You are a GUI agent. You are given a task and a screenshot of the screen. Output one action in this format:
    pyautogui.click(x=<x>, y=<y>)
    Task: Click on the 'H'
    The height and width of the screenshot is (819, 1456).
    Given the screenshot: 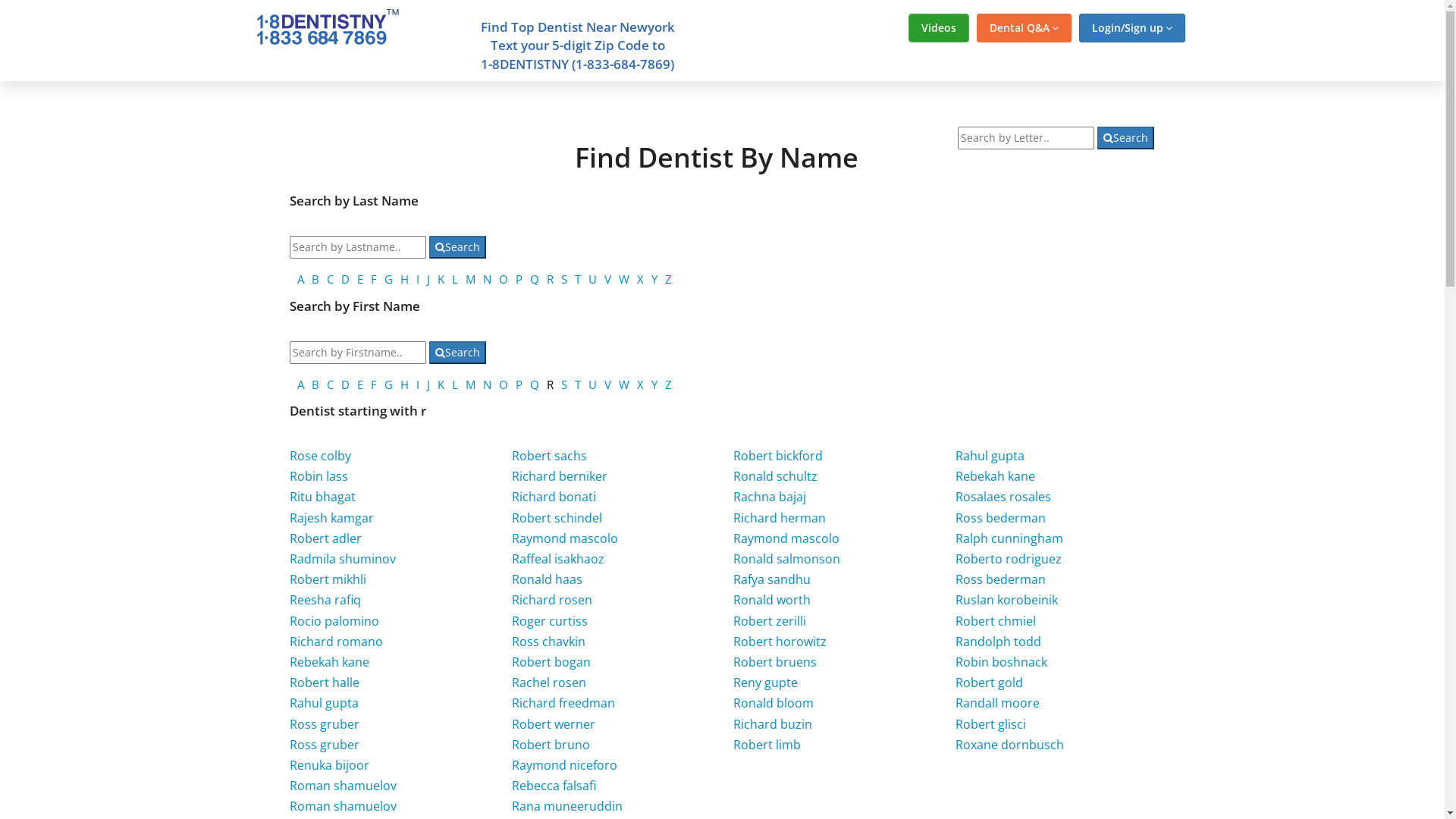 What is the action you would take?
    pyautogui.click(x=404, y=278)
    